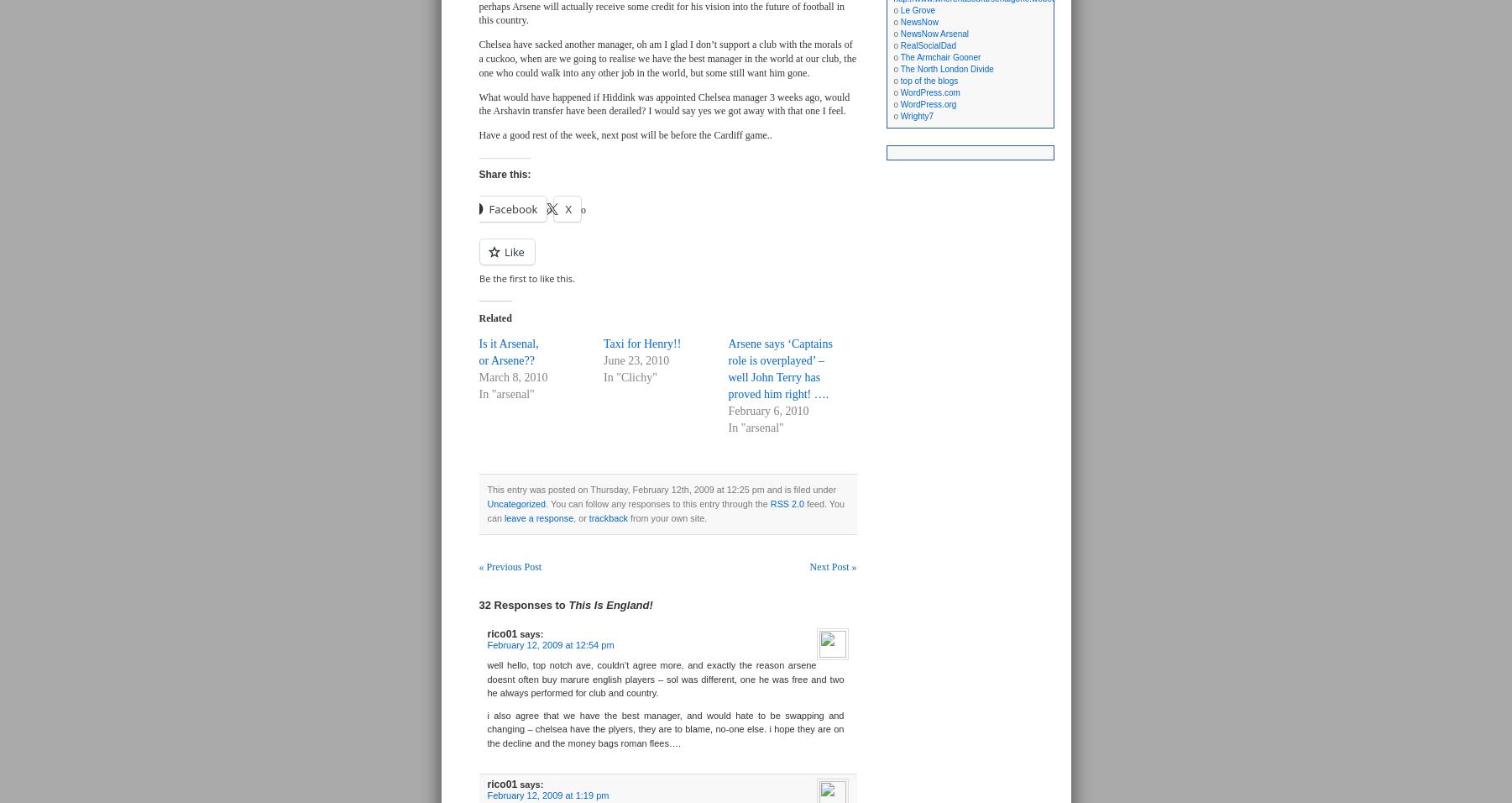  What do you see at coordinates (665, 728) in the screenshot?
I see `'i also agree that we have the best manager, and would hate to be swapping and changing – chelsea have the plyers, they are to blame, no-one else. i hope they are on the decline and the money bags roman flees….'` at bounding box center [665, 728].